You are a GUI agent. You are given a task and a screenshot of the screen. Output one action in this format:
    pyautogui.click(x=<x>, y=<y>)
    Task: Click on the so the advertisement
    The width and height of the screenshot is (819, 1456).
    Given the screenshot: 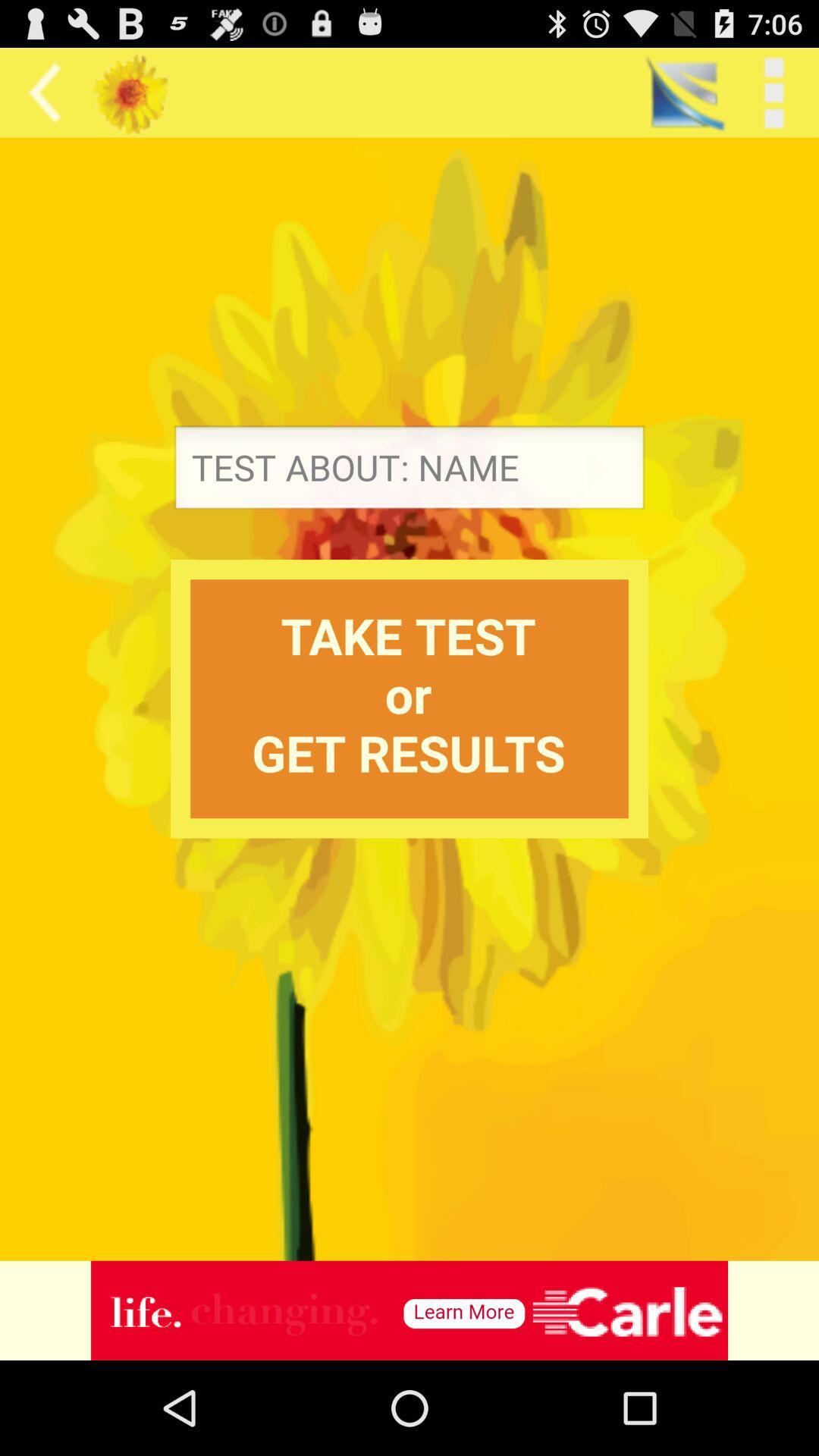 What is the action you would take?
    pyautogui.click(x=409, y=1310)
    